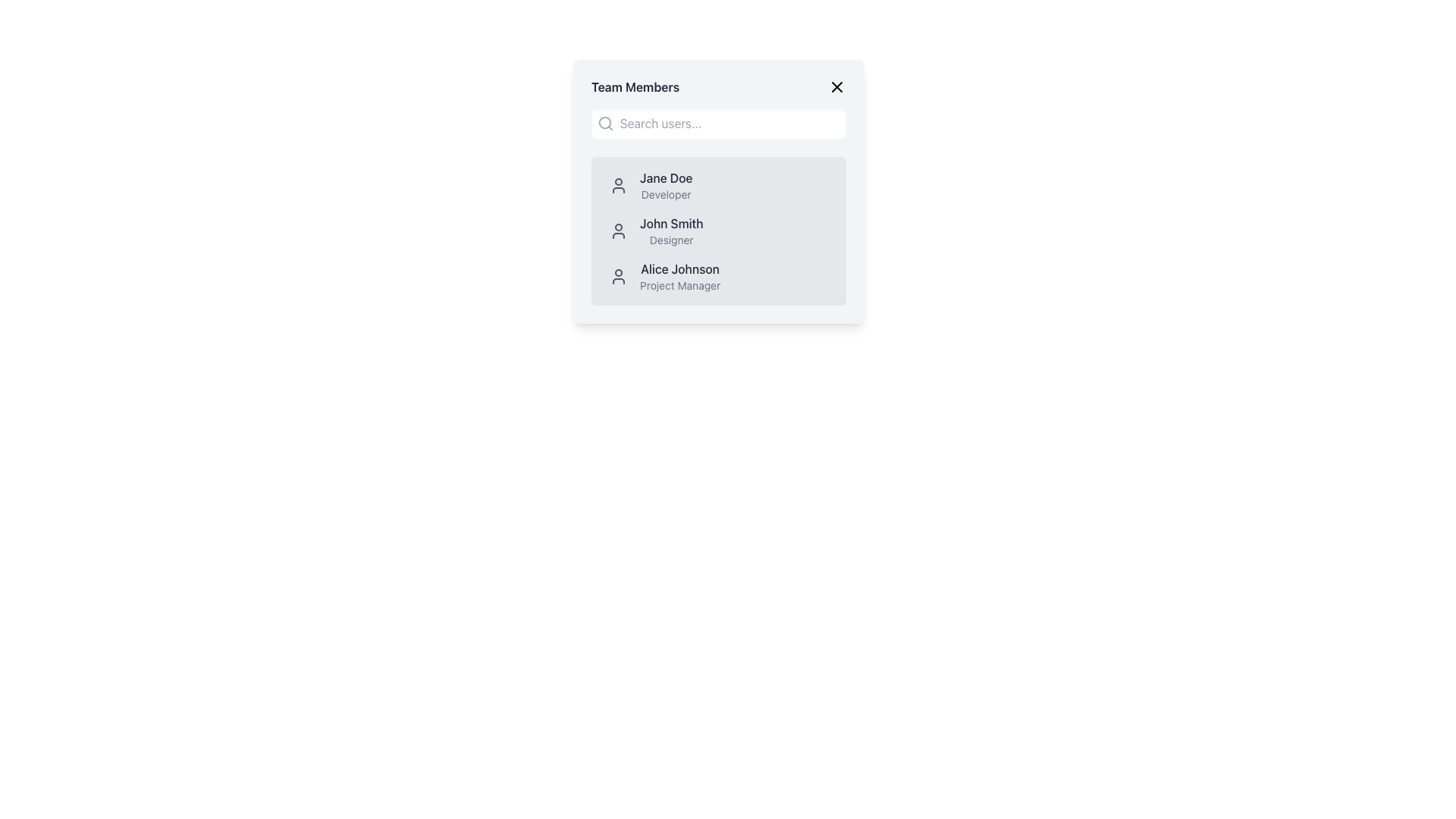 This screenshot has width=1456, height=819. Describe the element at coordinates (670, 231) in the screenshot. I see `the text display element showing 'John Smith' and 'Designer', which is the second entry in the list of team members` at that location.